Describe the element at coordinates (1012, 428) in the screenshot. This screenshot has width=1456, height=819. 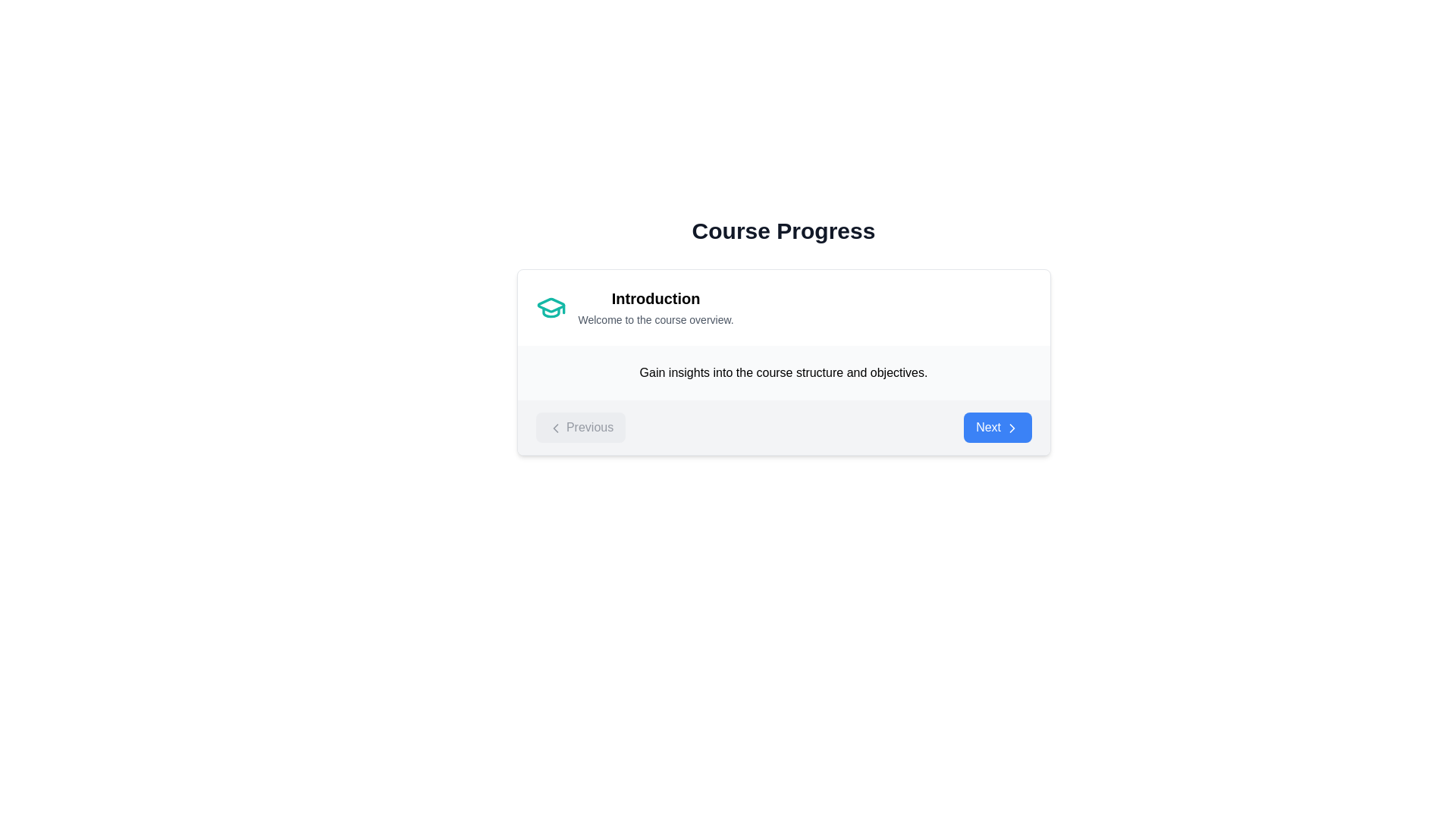
I see `the rightward-pointing chevron arrow icon located at the far-right end of the 'Next' button adjacent to the text label 'Next'` at that location.